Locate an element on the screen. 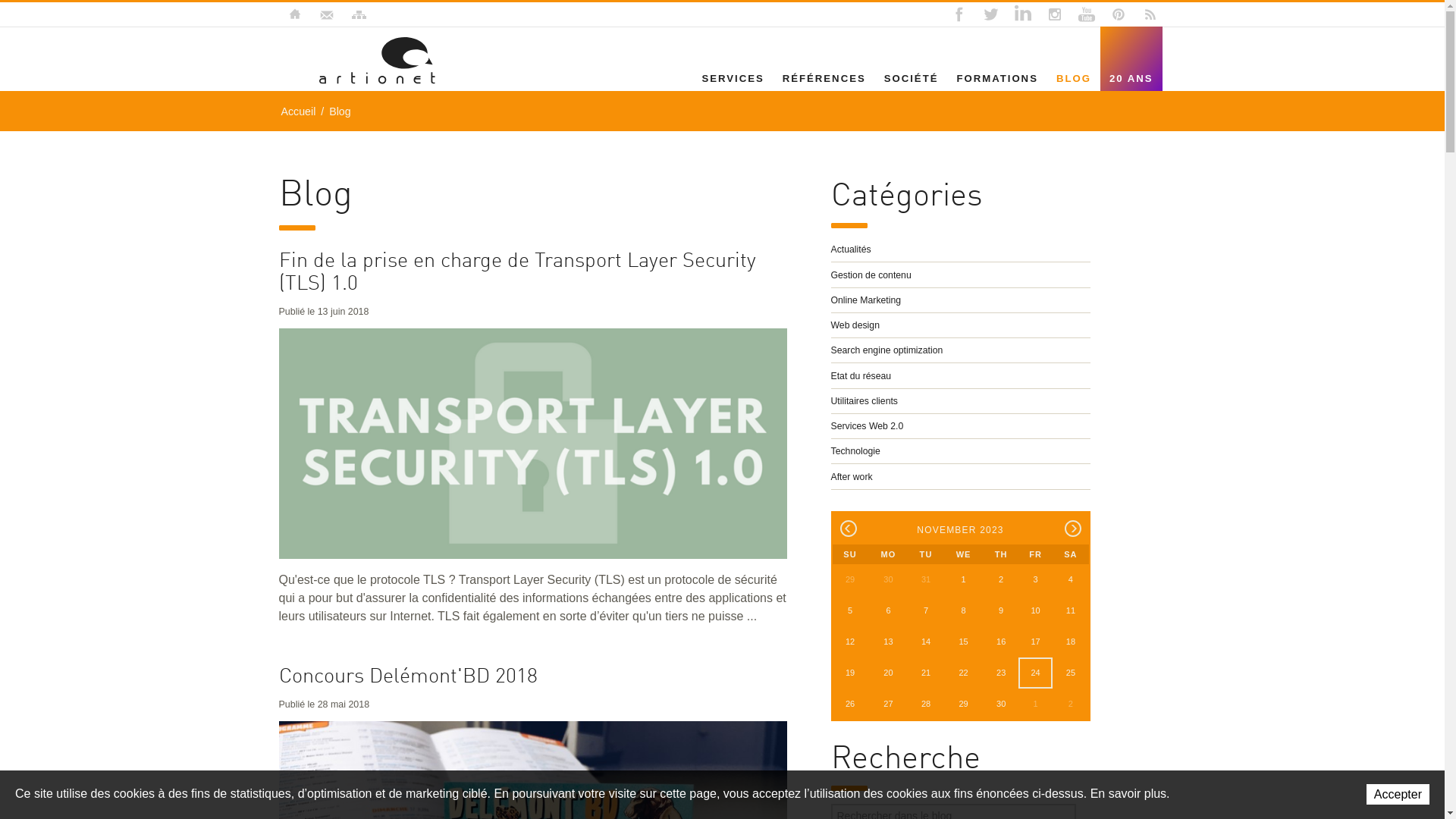  'Linkedin' is located at coordinates (1009, 14).